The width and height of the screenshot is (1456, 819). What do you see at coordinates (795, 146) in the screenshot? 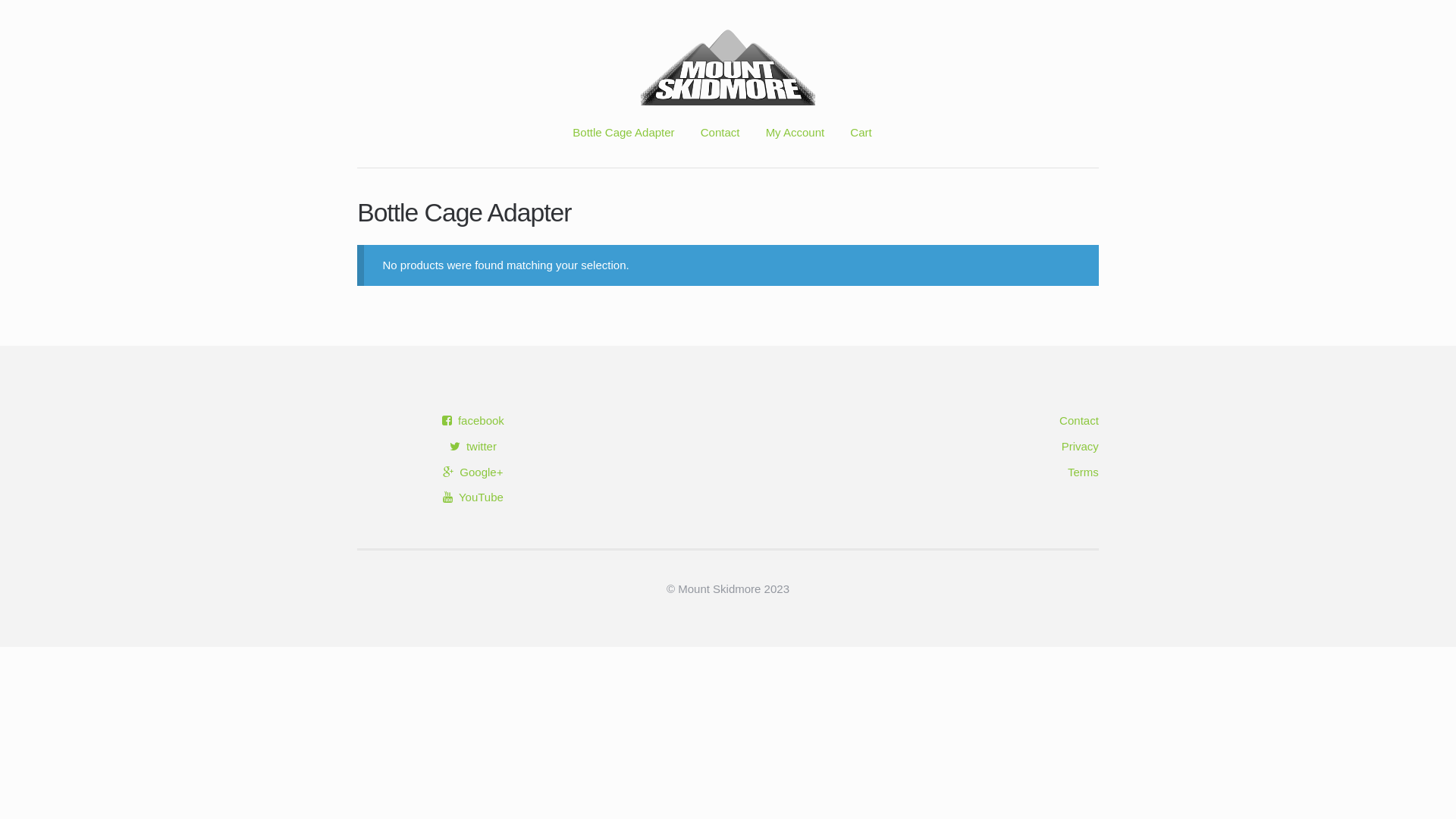
I see `'My Account'` at bounding box center [795, 146].